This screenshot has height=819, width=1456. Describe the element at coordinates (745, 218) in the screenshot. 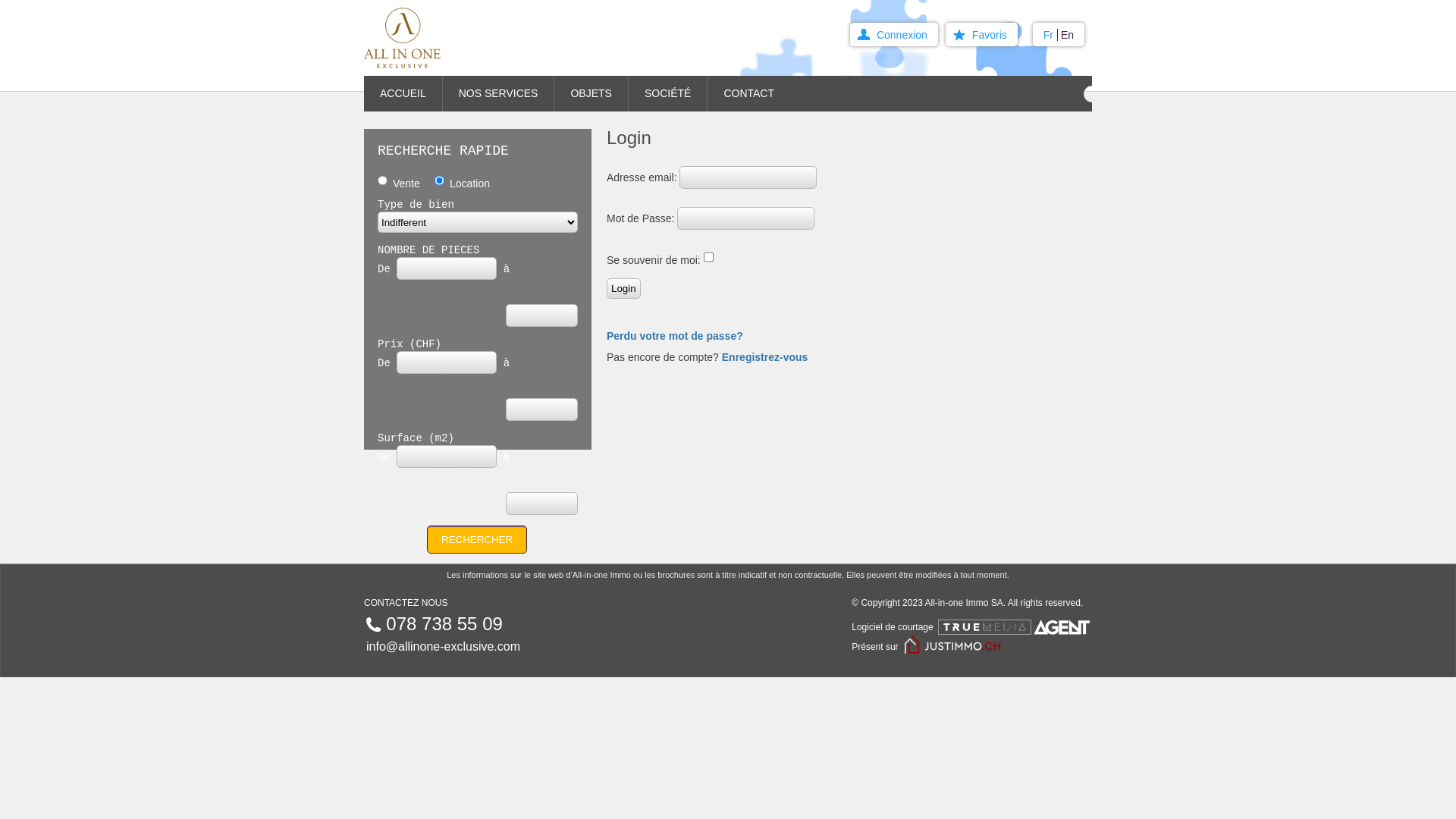

I see `'Mot de Passe'` at that location.